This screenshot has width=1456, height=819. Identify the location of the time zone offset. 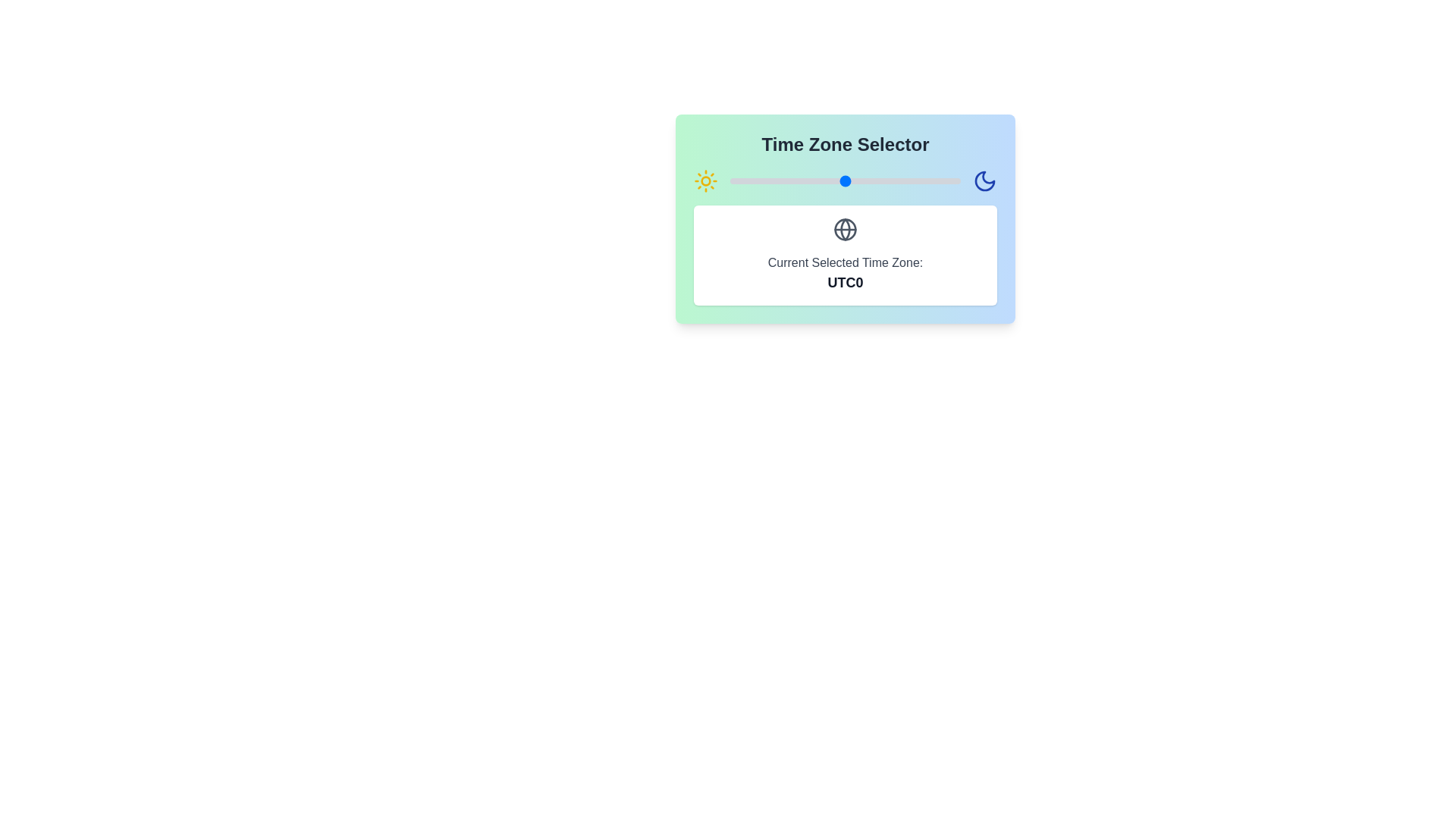
(883, 180).